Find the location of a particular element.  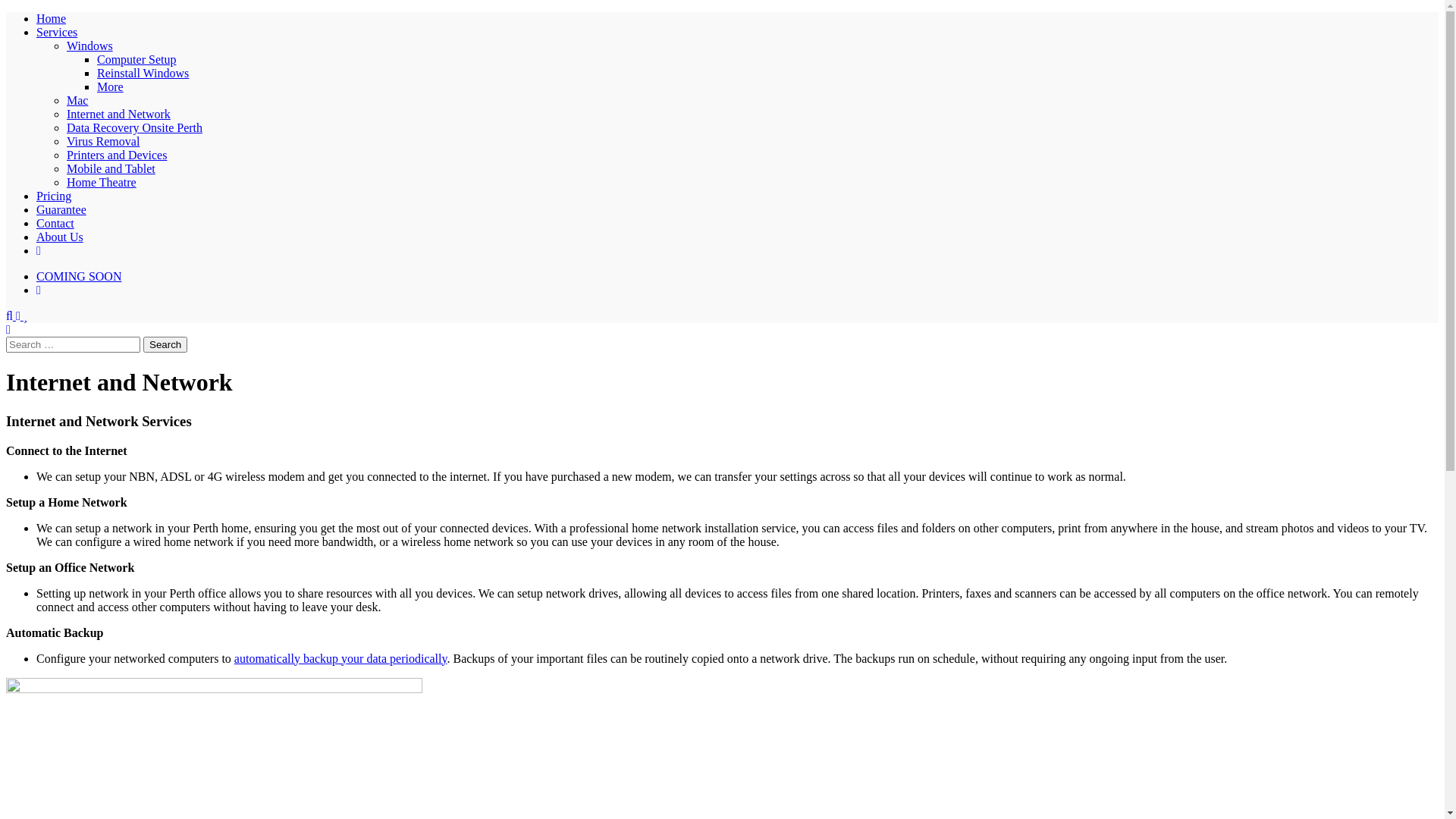

'Pricing' is located at coordinates (54, 195).